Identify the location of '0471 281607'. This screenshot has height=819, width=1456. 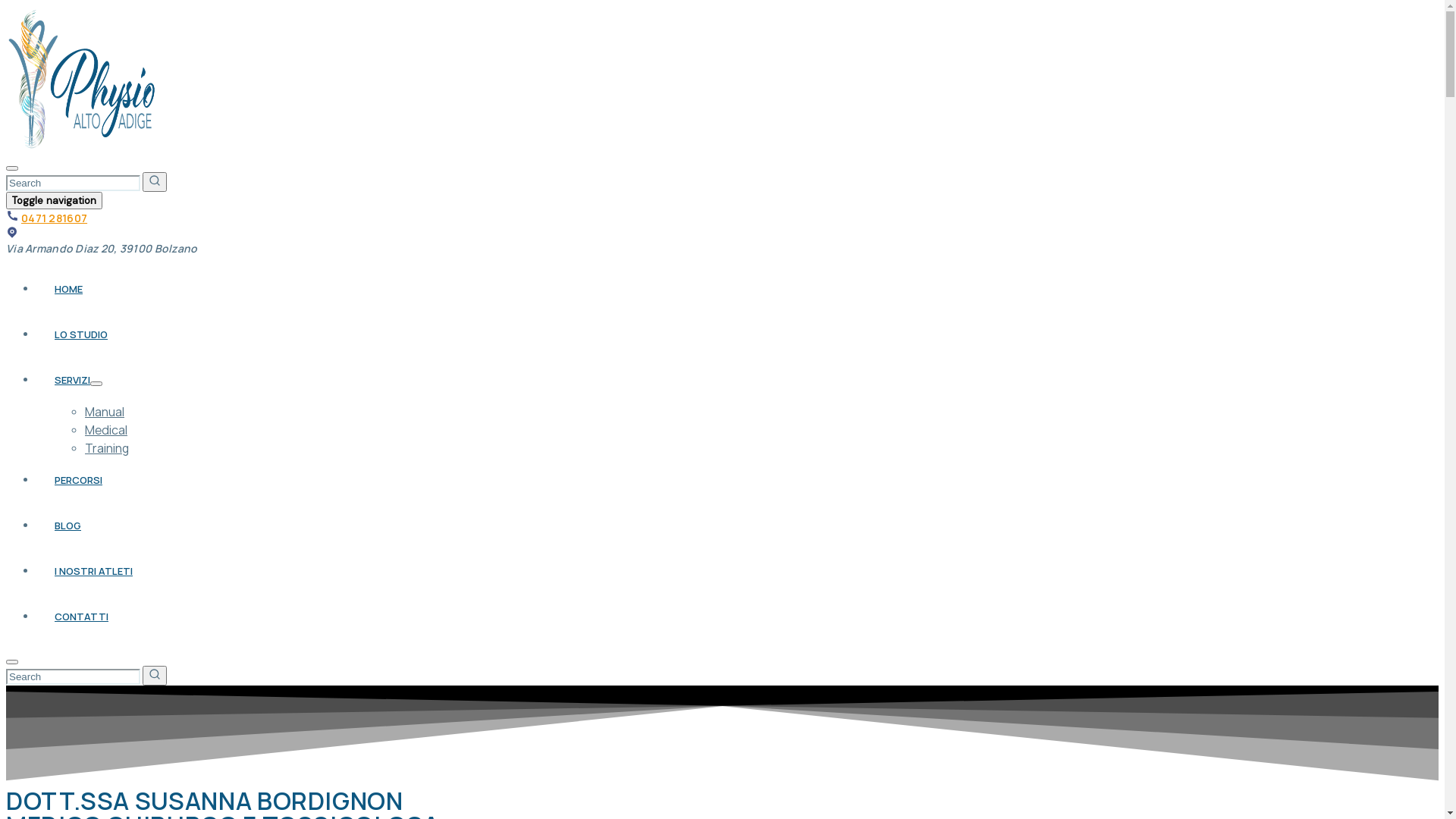
(54, 218).